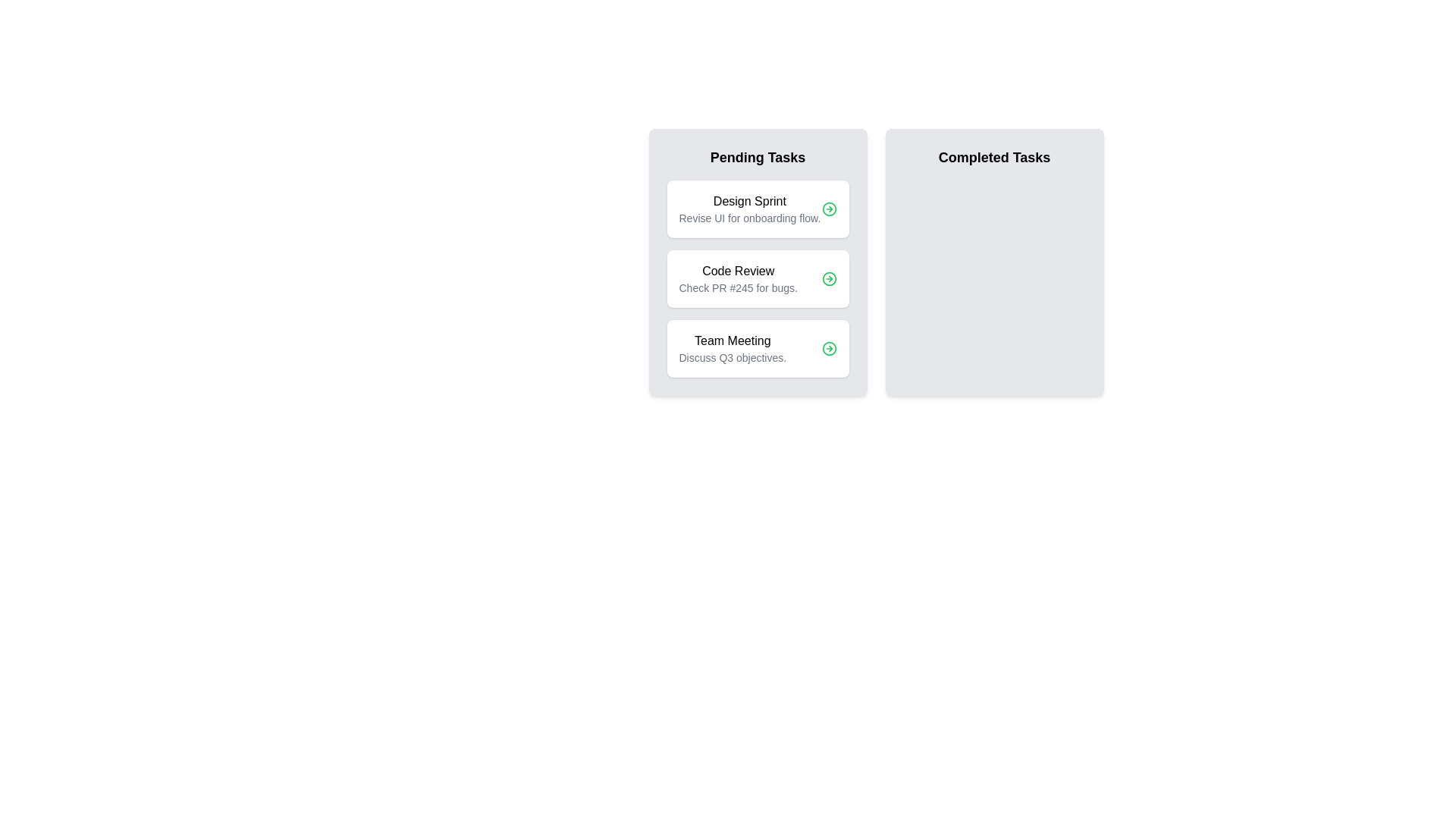  Describe the element at coordinates (828, 278) in the screenshot. I see `action button for the task 'Code Review' to move it between Pending and Completed` at that location.